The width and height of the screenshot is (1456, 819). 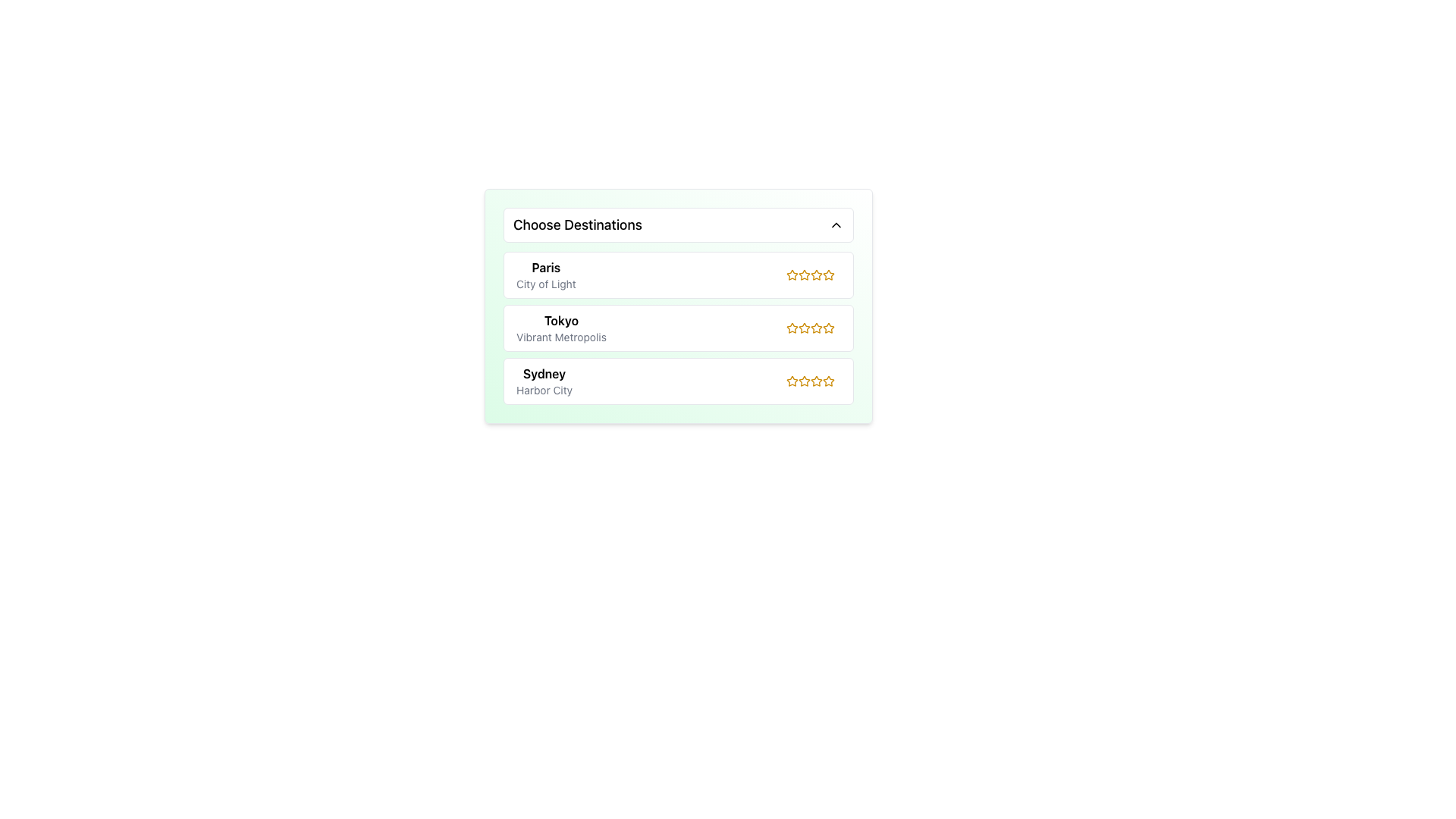 What do you see at coordinates (792, 275) in the screenshot?
I see `the leftmost star icon in the rating component associated with the 'Paris' destination for further interaction` at bounding box center [792, 275].